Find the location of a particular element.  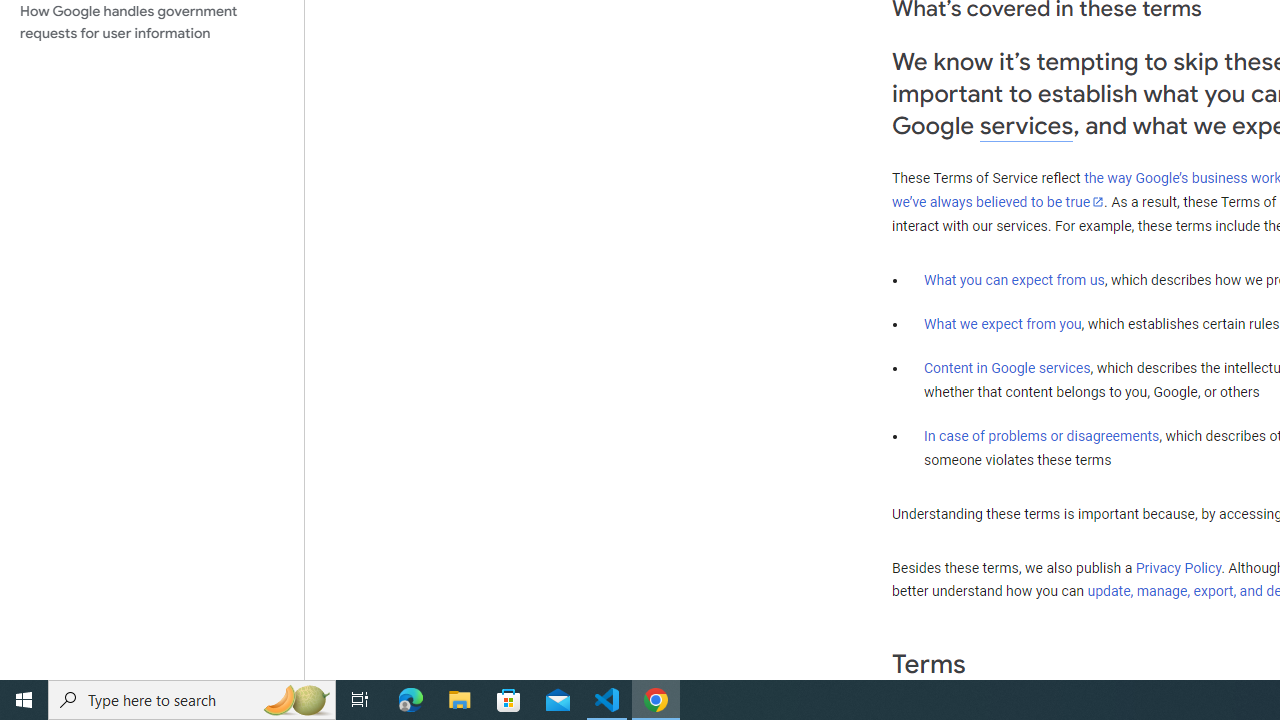

'What you can expect from us' is located at coordinates (1014, 279).